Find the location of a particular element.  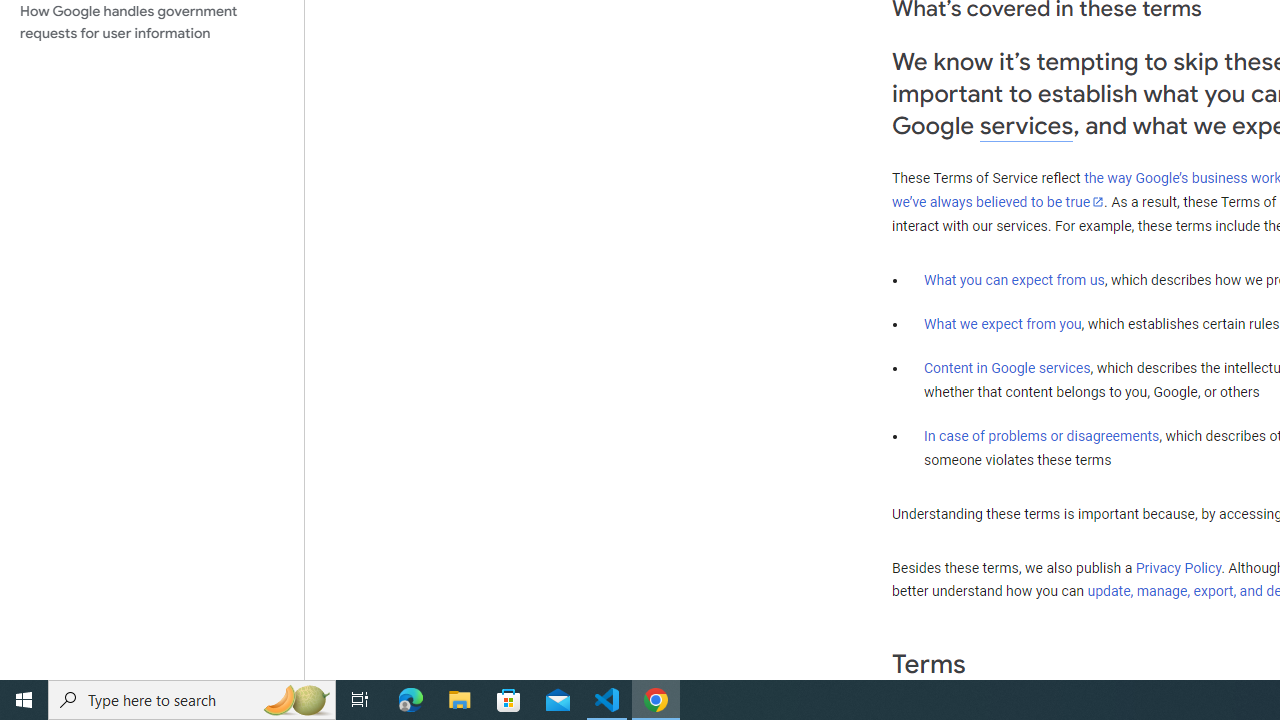

'What you can expect from us' is located at coordinates (1014, 279).